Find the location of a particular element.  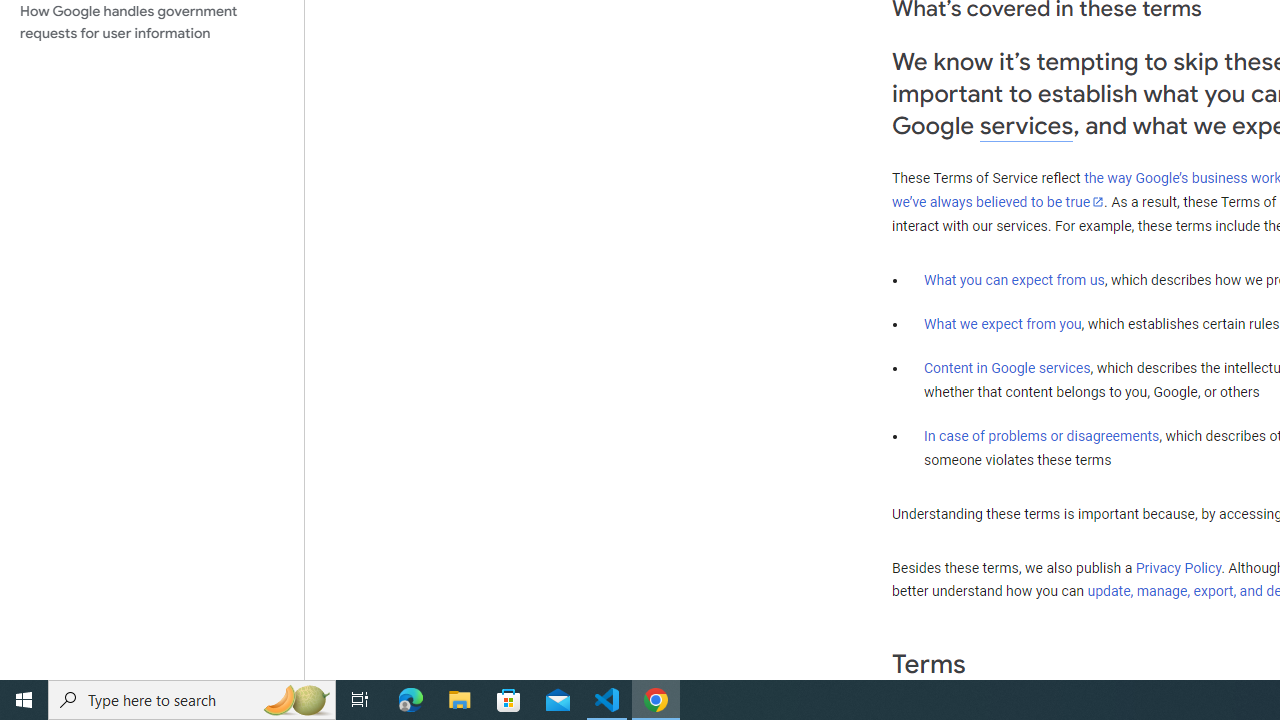

'What you can expect from us' is located at coordinates (1014, 279).